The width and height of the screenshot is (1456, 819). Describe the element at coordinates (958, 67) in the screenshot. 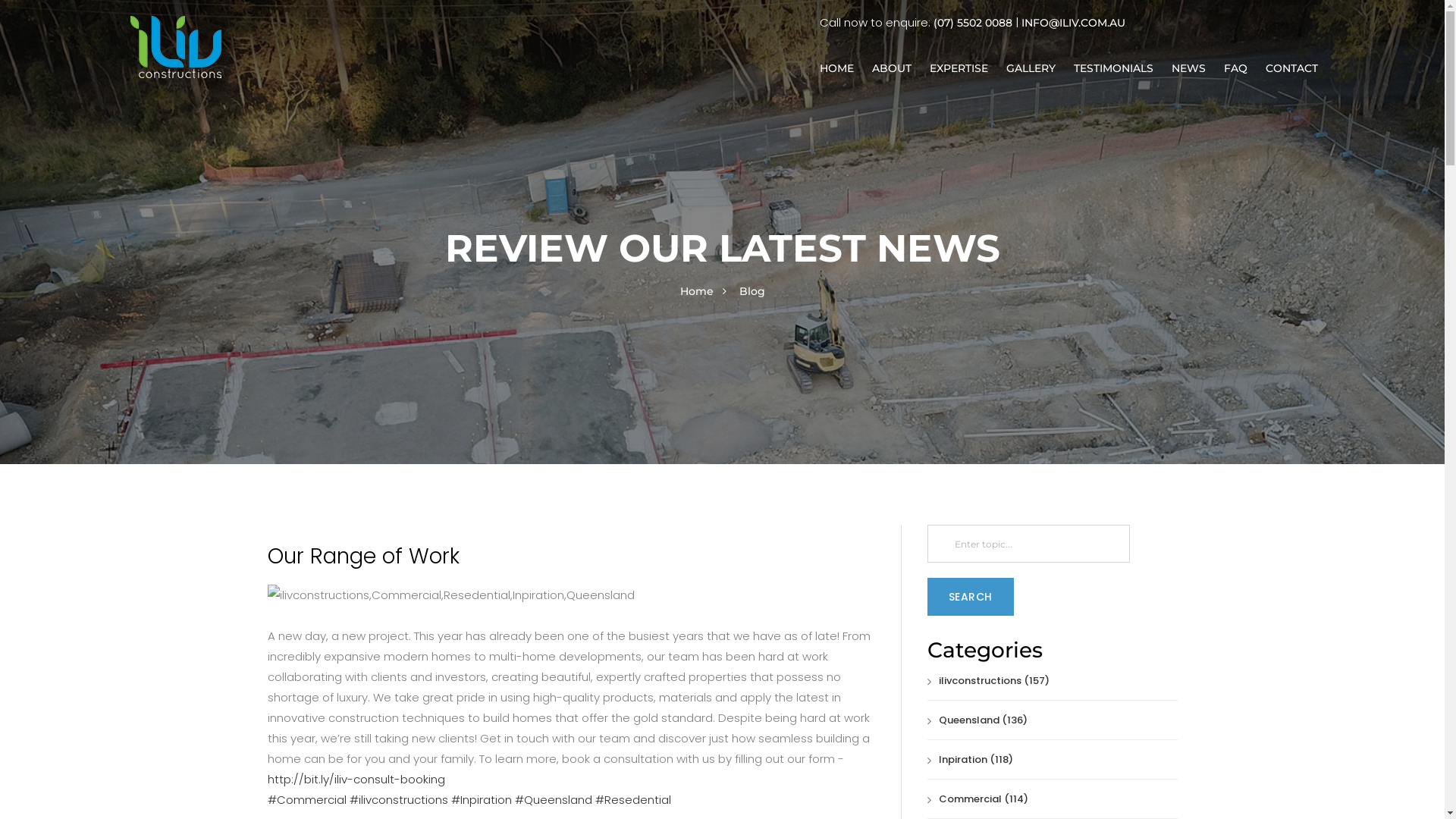

I see `'EXPERTISE'` at that location.